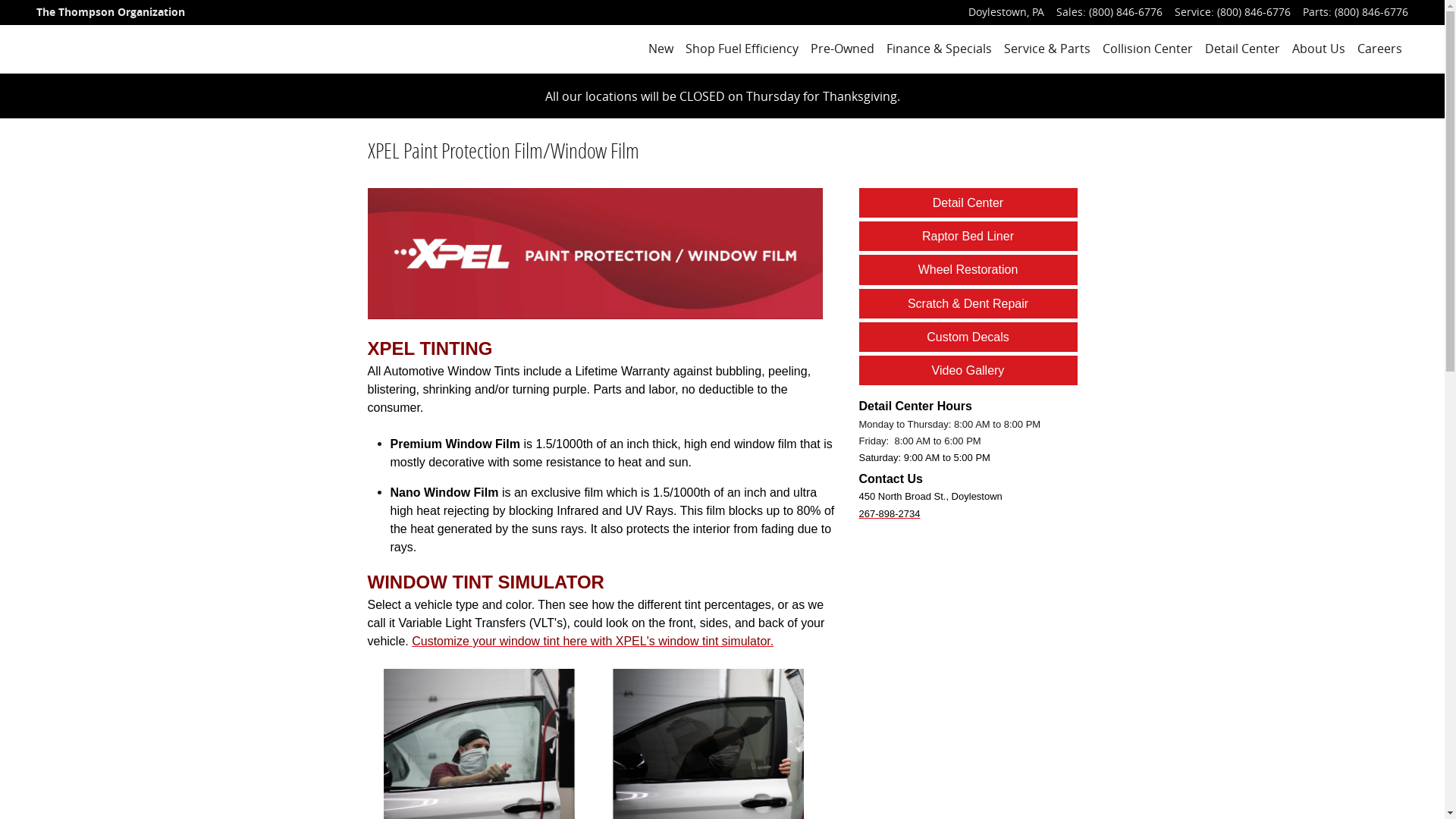 Image resolution: width=1456 pixels, height=819 pixels. I want to click on 'Doylestown, PA', so click(1006, 11).